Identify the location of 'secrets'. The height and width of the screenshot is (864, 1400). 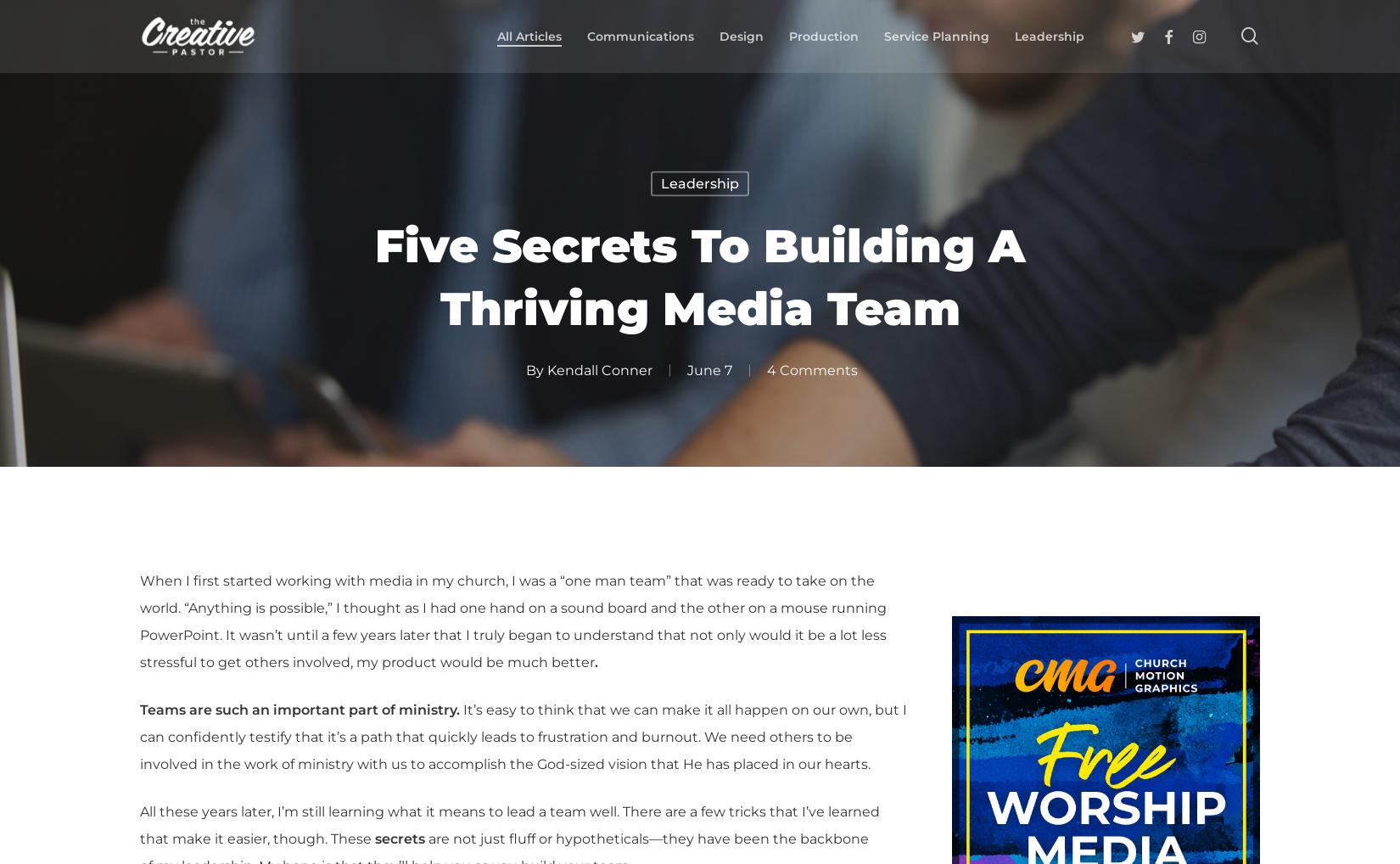
(374, 839).